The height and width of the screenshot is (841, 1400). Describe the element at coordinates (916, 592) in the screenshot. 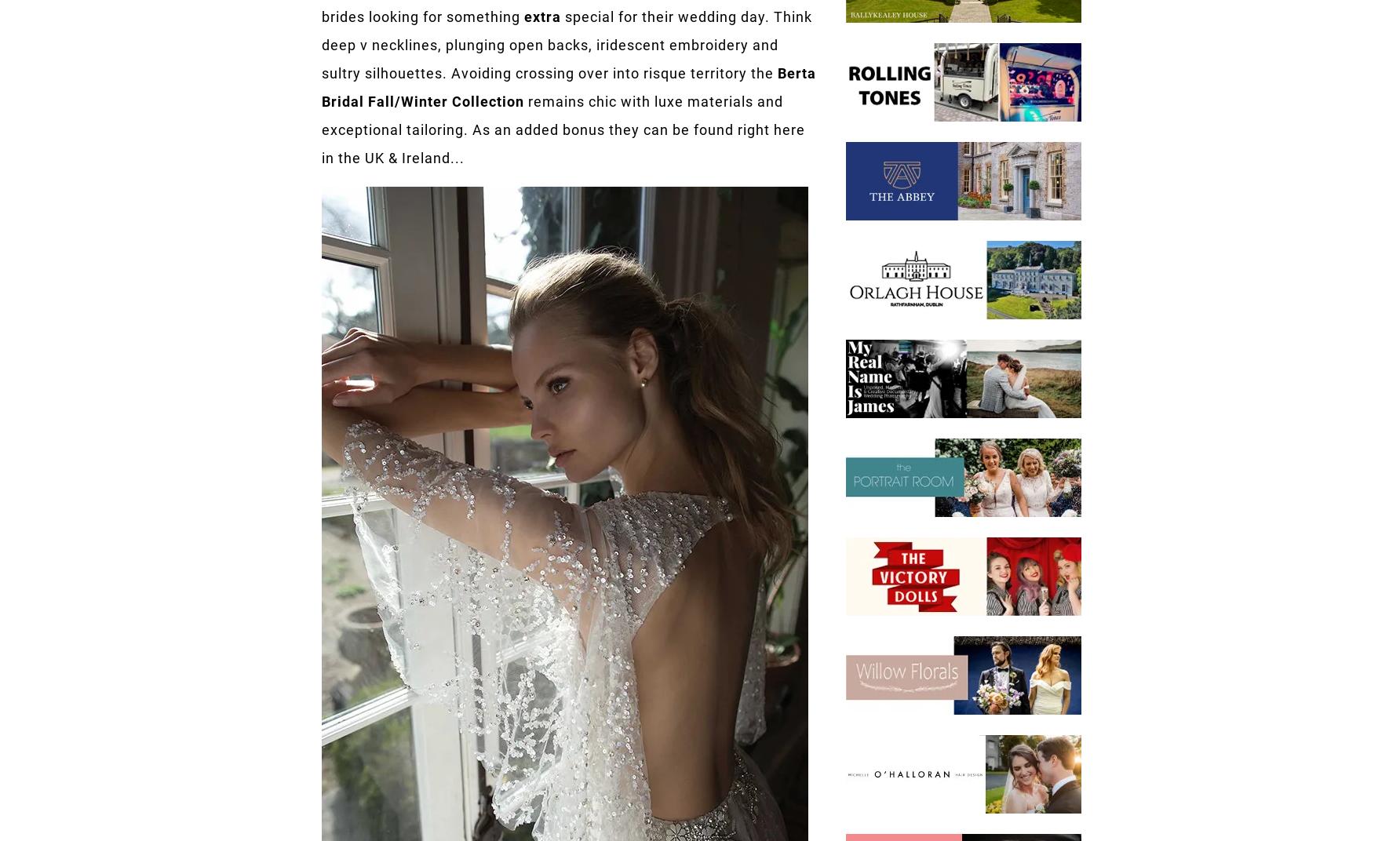

I see `'hello@onefabday.com'` at that location.